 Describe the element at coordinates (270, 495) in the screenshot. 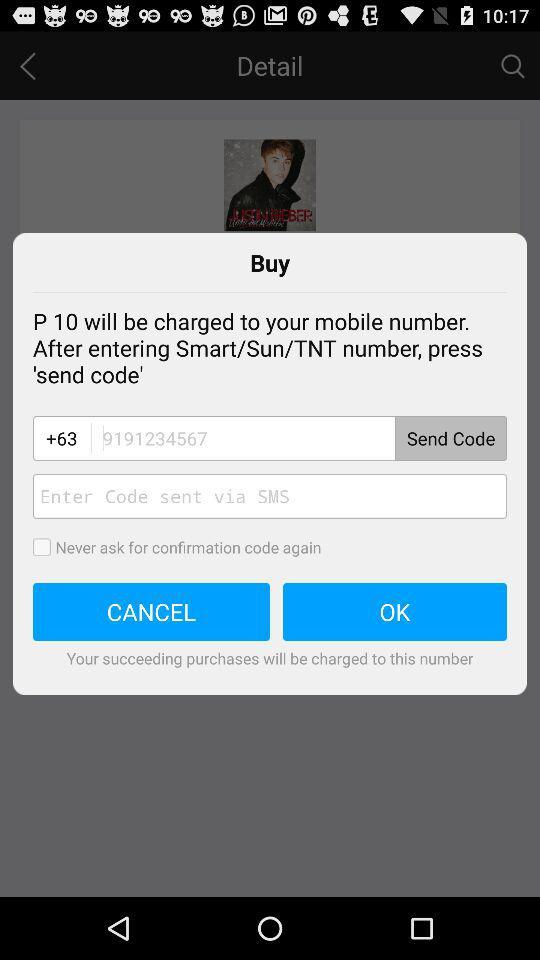

I see `type code` at that location.